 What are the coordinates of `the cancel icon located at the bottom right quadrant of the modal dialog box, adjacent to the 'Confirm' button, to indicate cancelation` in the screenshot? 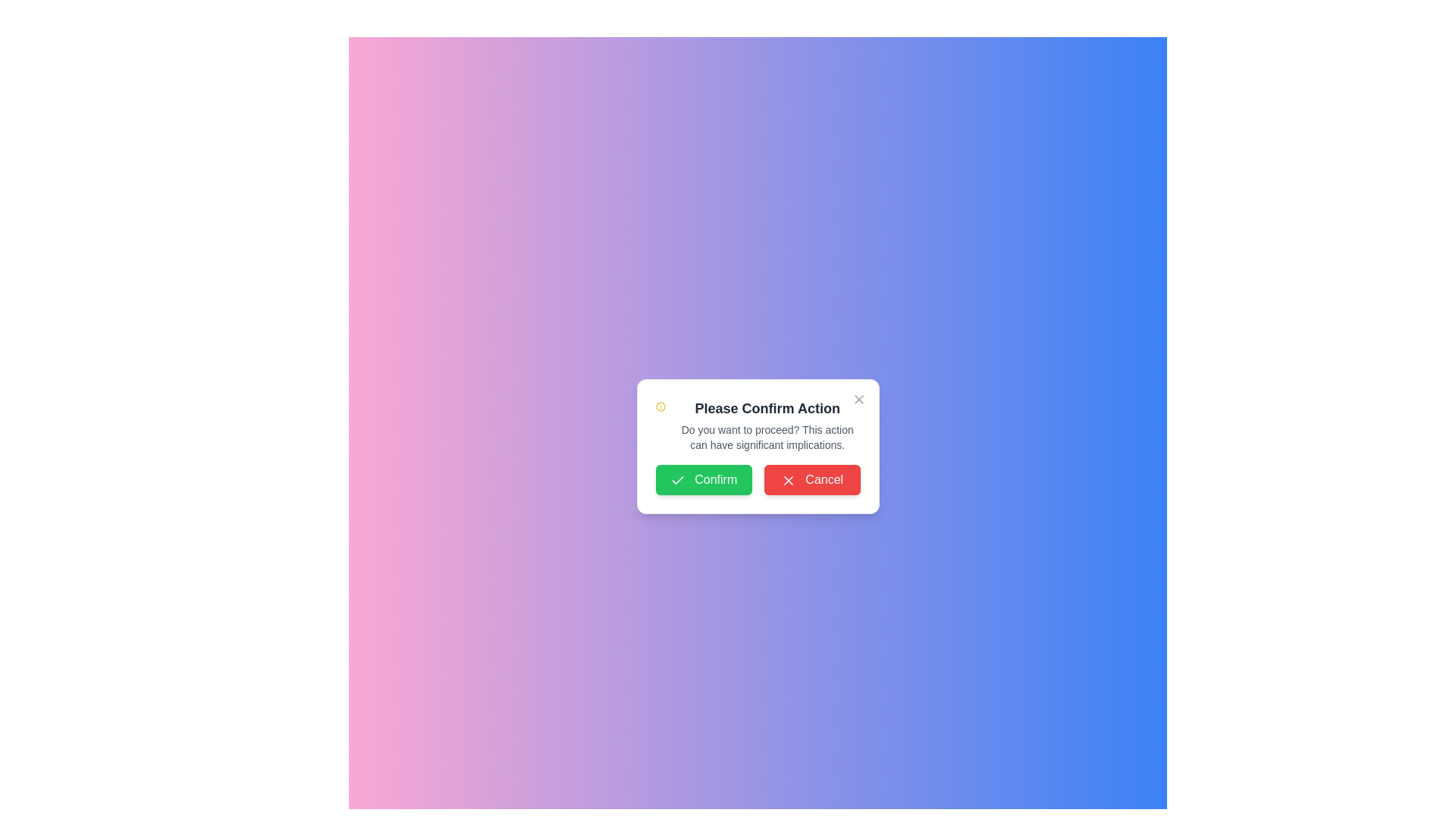 It's located at (788, 480).